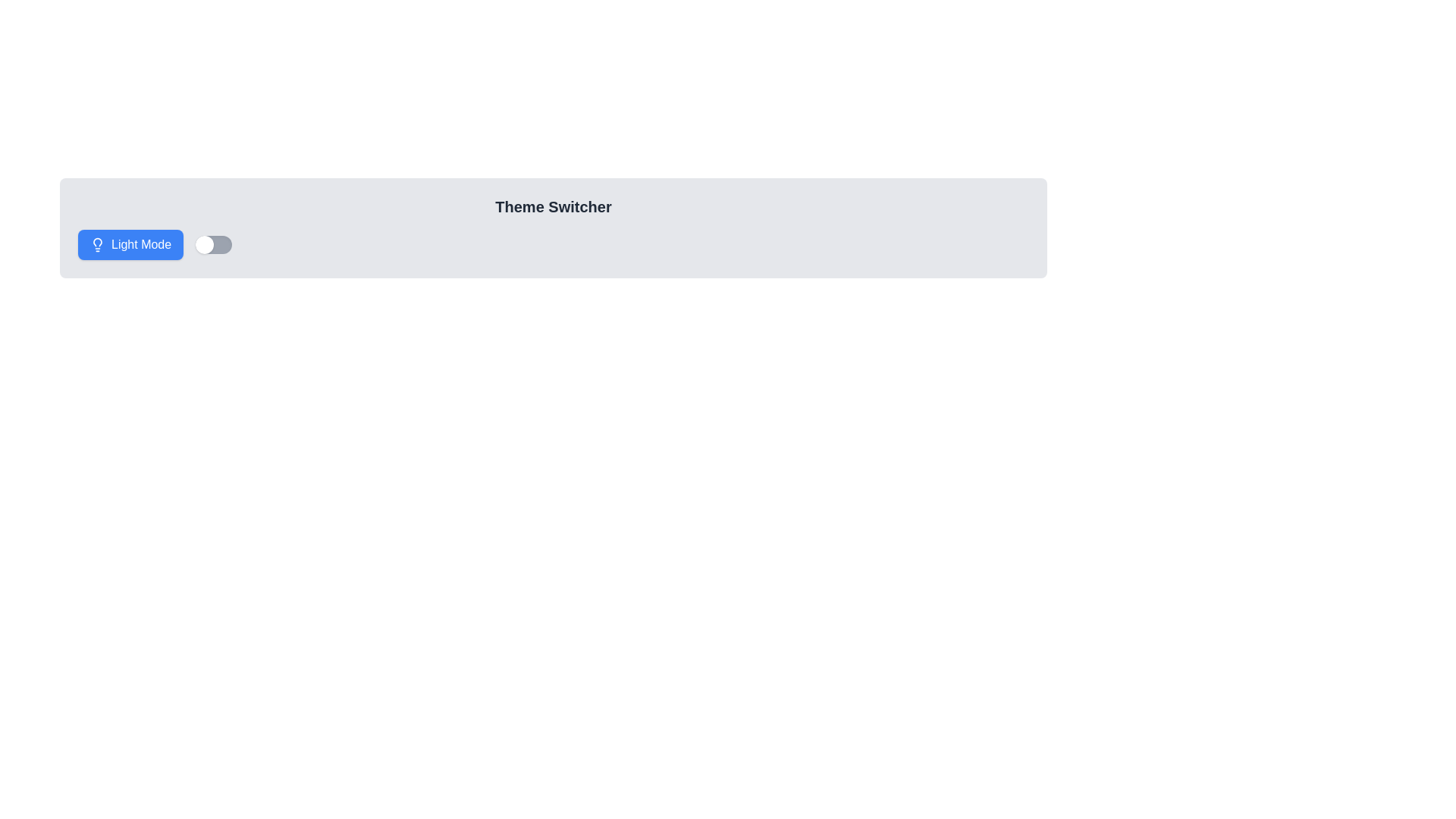 This screenshot has width=1456, height=819. What do you see at coordinates (130, 244) in the screenshot?
I see `the rounded rectangular blue button labeled 'Light Mode' with a lightbulb icon` at bounding box center [130, 244].